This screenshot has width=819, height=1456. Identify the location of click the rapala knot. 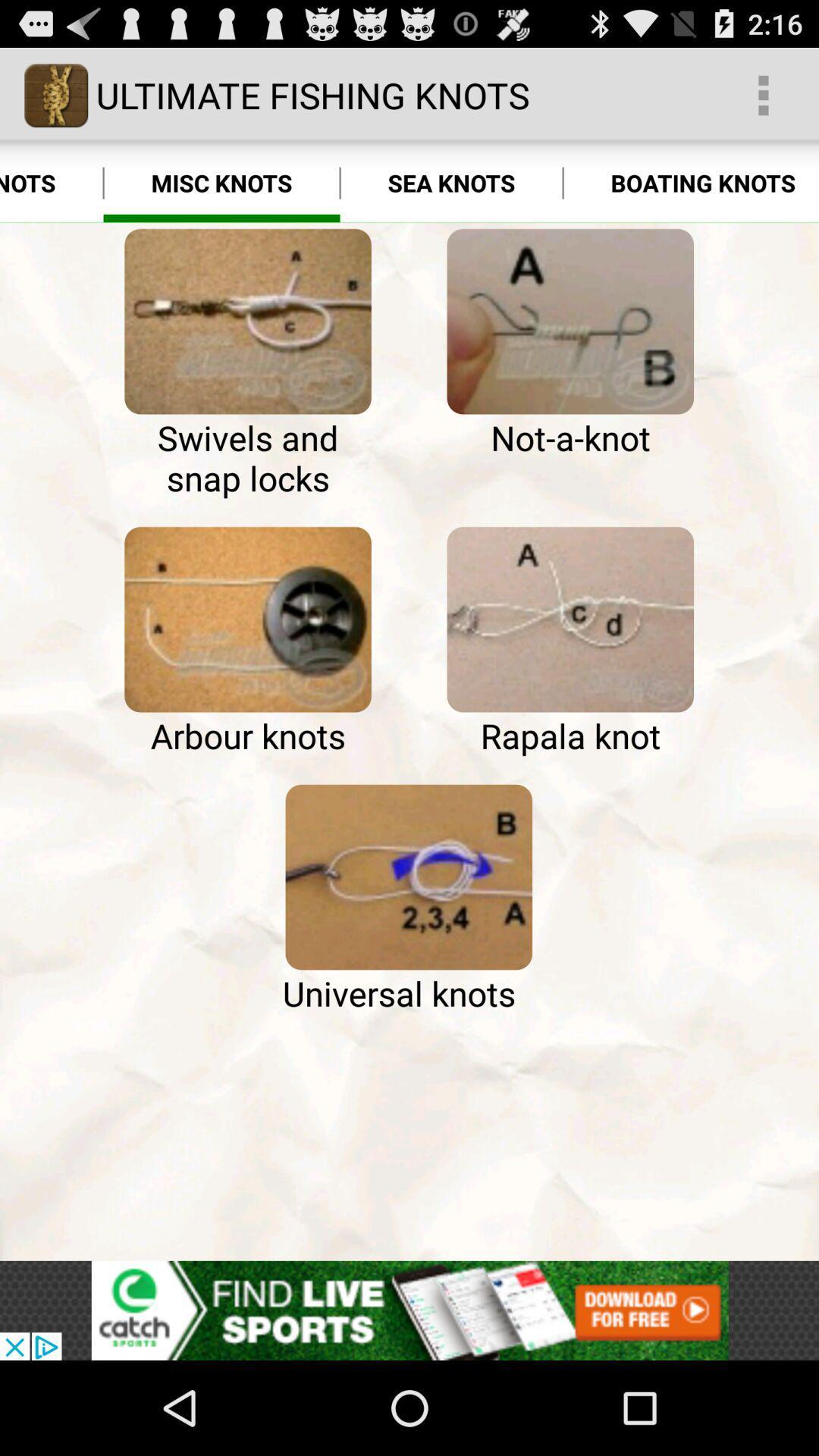
(570, 620).